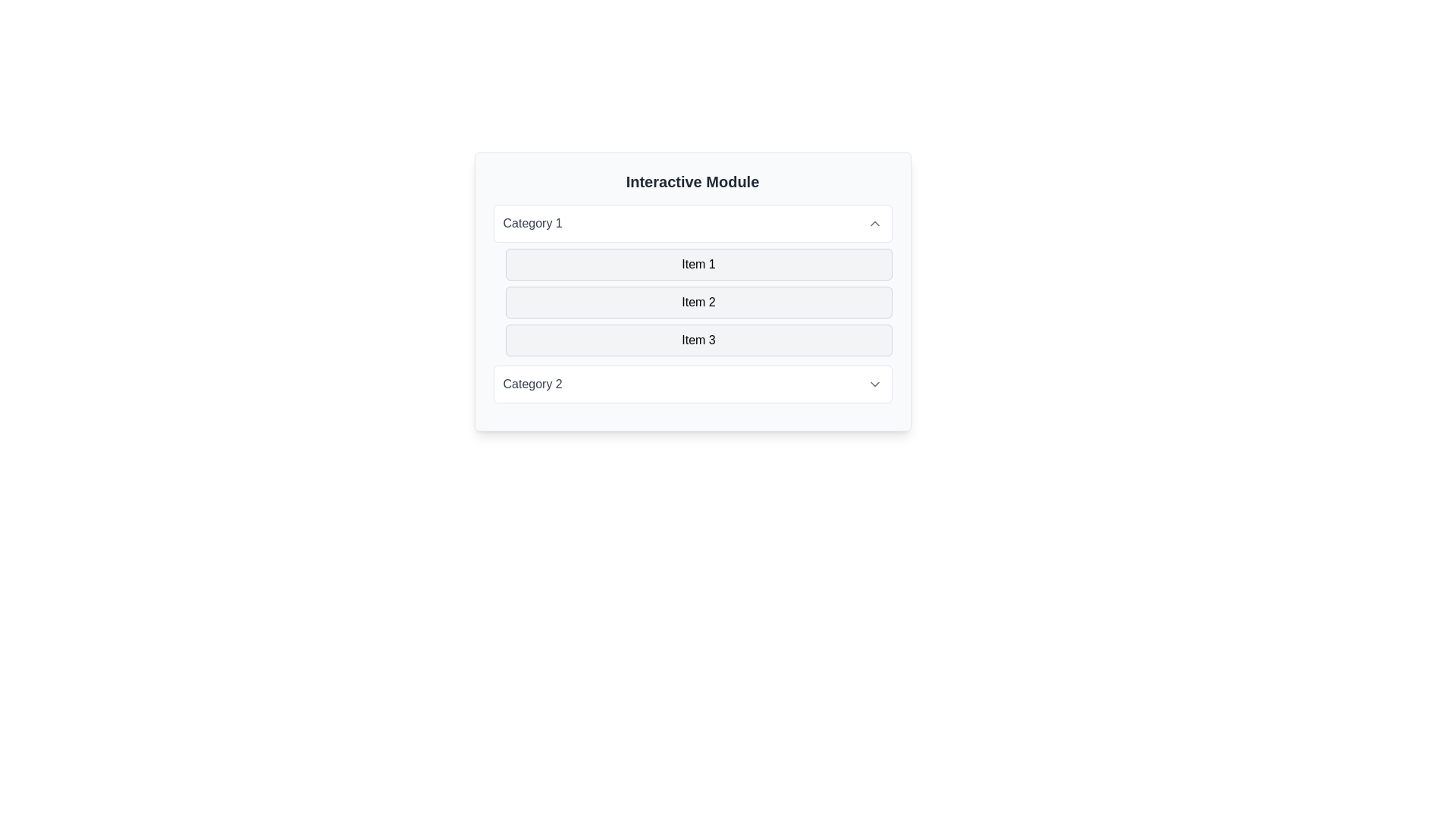 The width and height of the screenshot is (1456, 819). Describe the element at coordinates (698, 302) in the screenshot. I see `the selectable item labeled 'Item 2', which is the second element in a vertical list with a light gray background and rounded corners` at that location.